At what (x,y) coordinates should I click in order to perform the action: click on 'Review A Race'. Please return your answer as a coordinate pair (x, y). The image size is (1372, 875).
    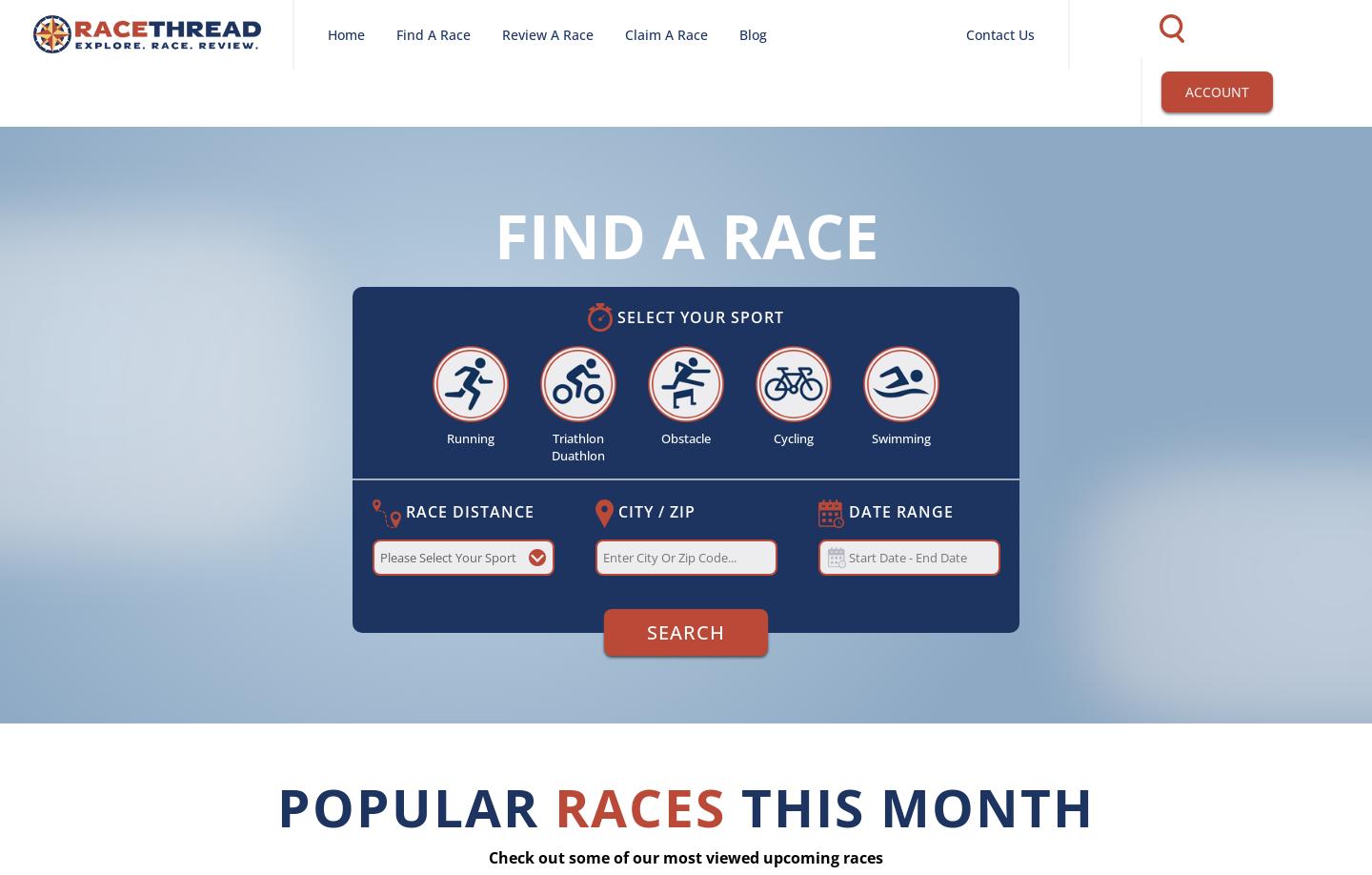
    Looking at the image, I should click on (547, 34).